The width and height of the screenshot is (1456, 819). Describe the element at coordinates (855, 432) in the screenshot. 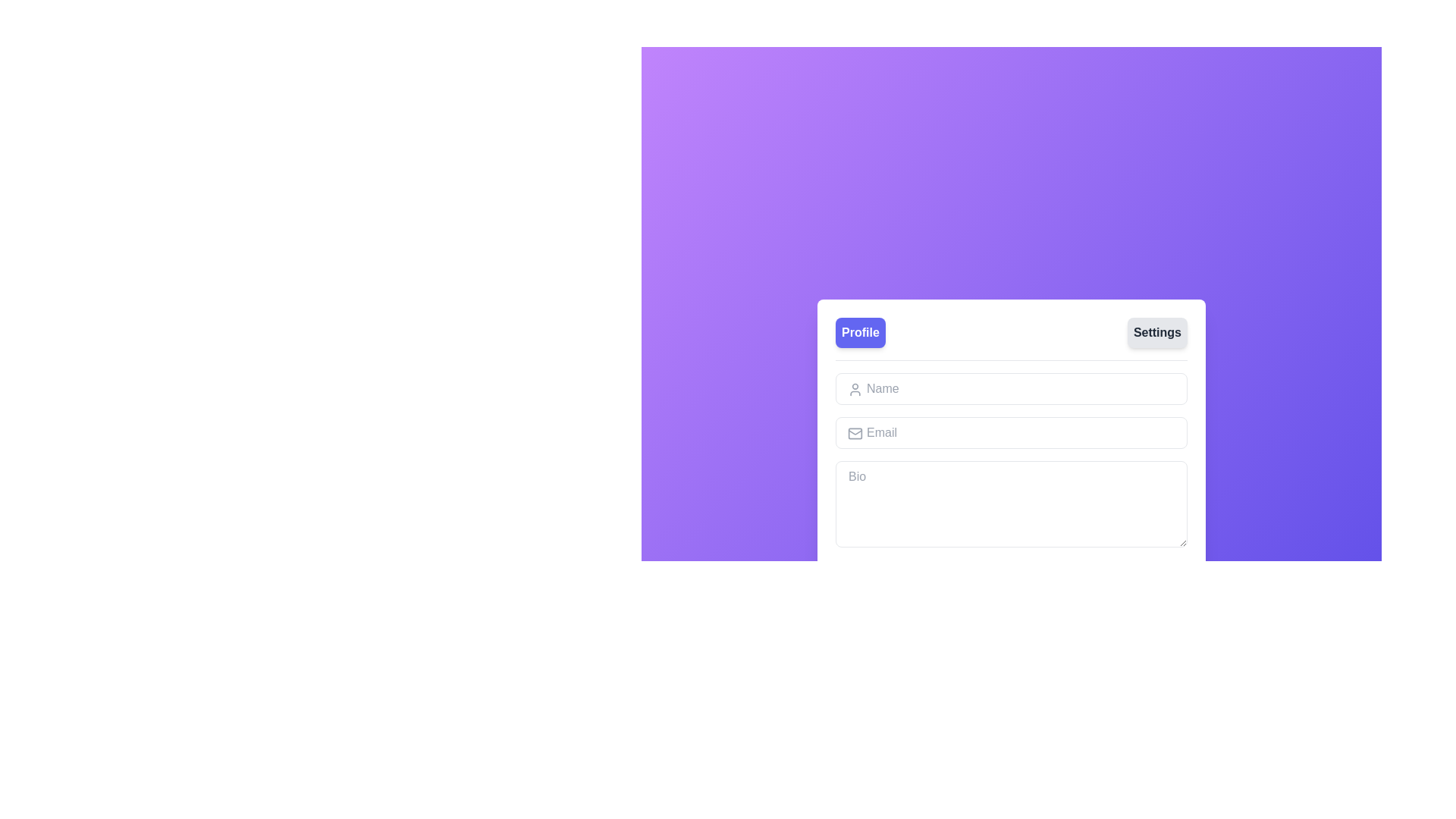

I see `the SVG shape component that visually represents an opened envelope, which is part of a mail icon and is located to the left of the email input field` at that location.